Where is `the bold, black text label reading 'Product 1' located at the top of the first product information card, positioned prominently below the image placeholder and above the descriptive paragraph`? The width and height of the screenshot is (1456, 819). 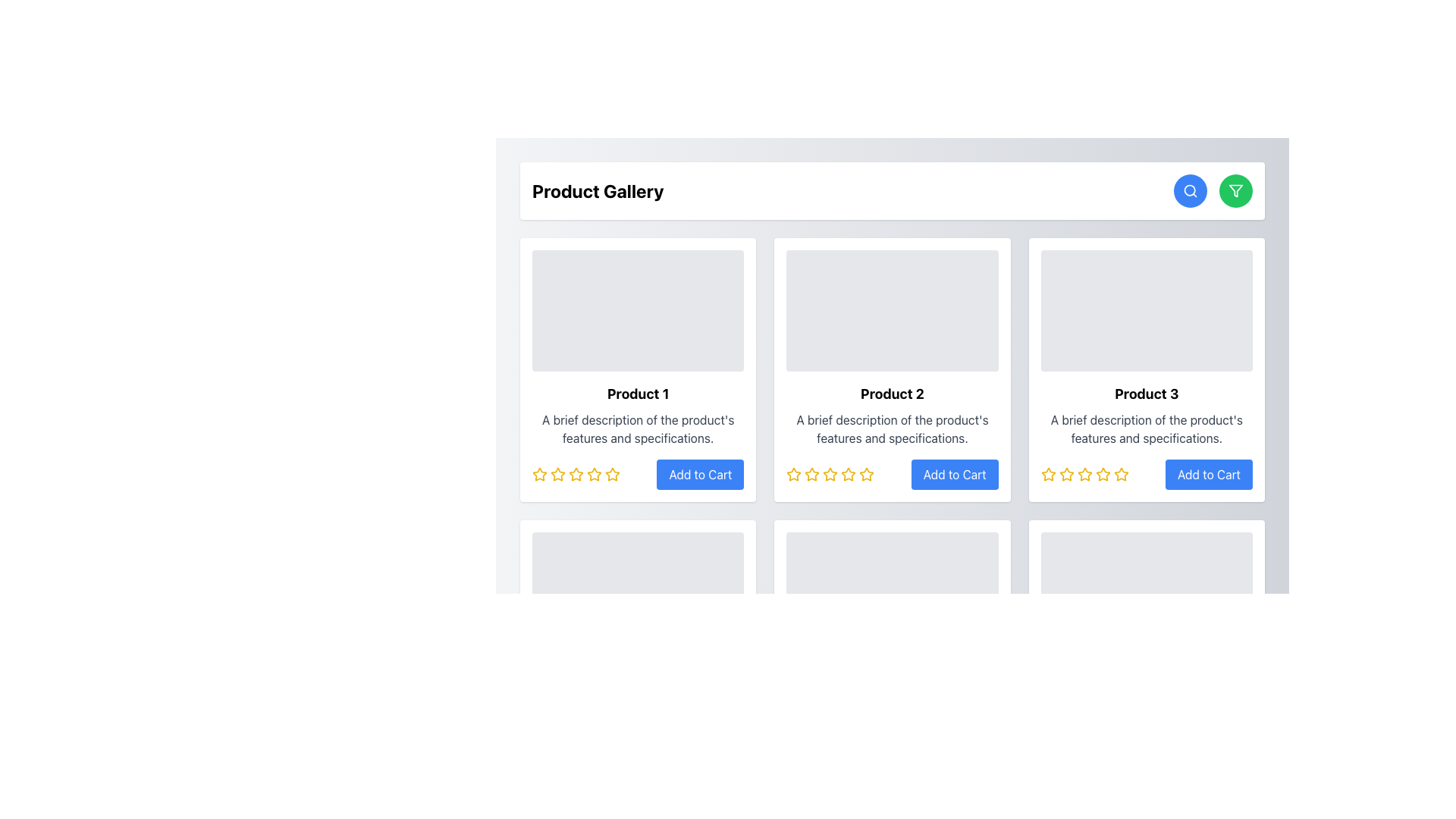 the bold, black text label reading 'Product 1' located at the top of the first product information card, positioned prominently below the image placeholder and above the descriptive paragraph is located at coordinates (638, 394).